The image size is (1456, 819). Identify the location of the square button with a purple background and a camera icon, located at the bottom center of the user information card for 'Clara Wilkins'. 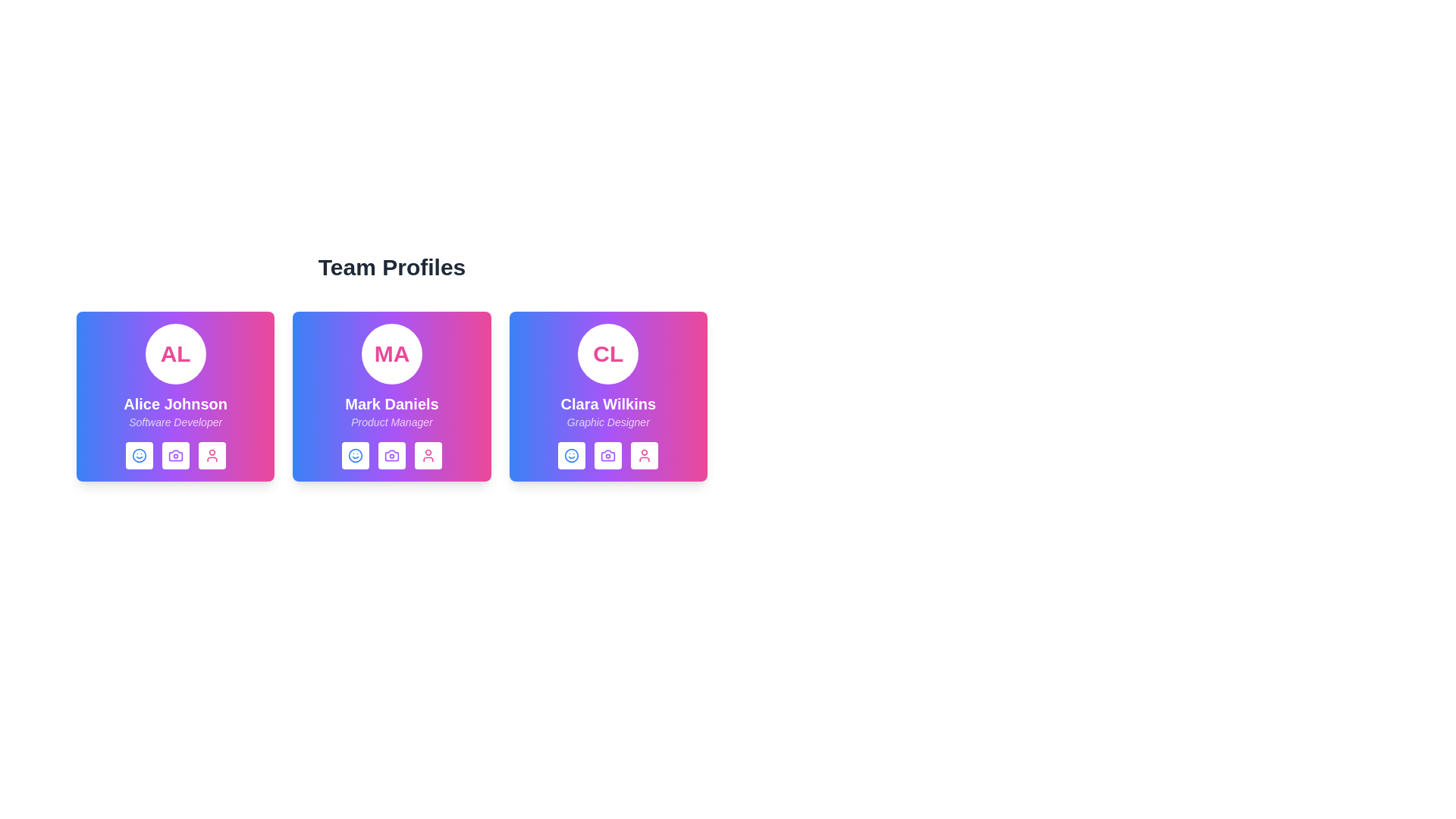
(608, 455).